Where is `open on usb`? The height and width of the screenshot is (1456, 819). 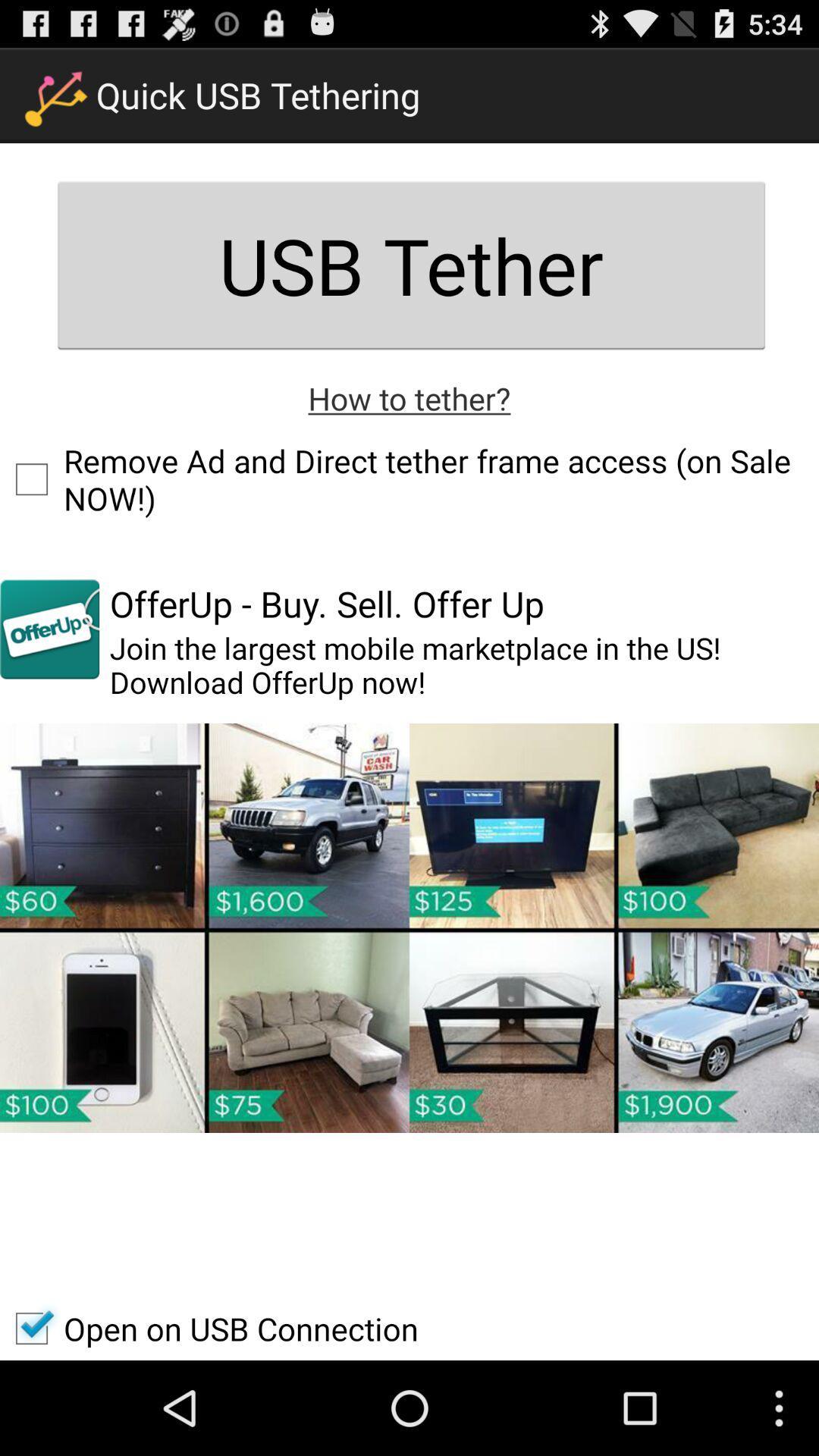
open on usb is located at coordinates (209, 1328).